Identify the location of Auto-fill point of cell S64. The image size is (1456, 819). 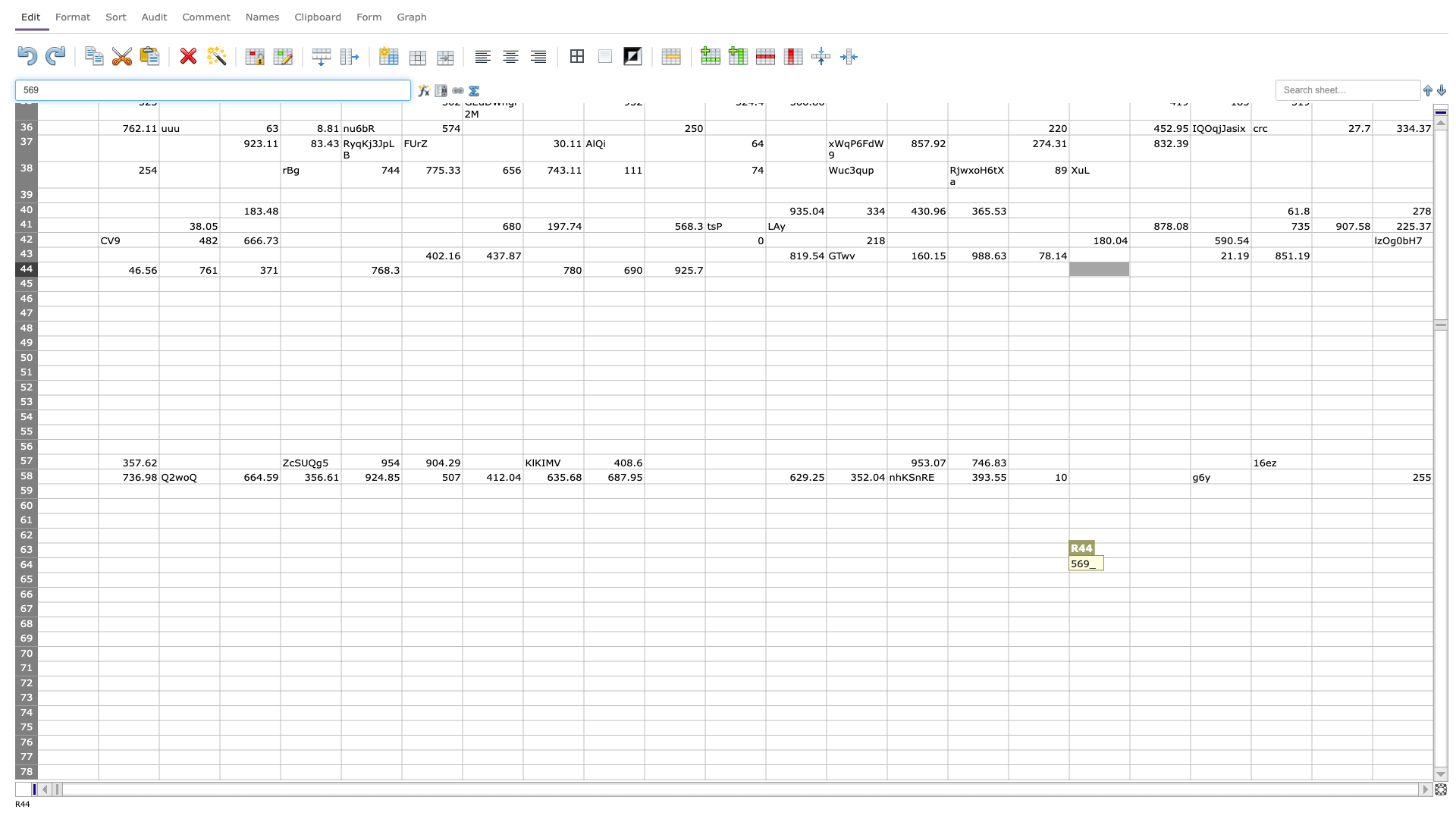
(1189, 573).